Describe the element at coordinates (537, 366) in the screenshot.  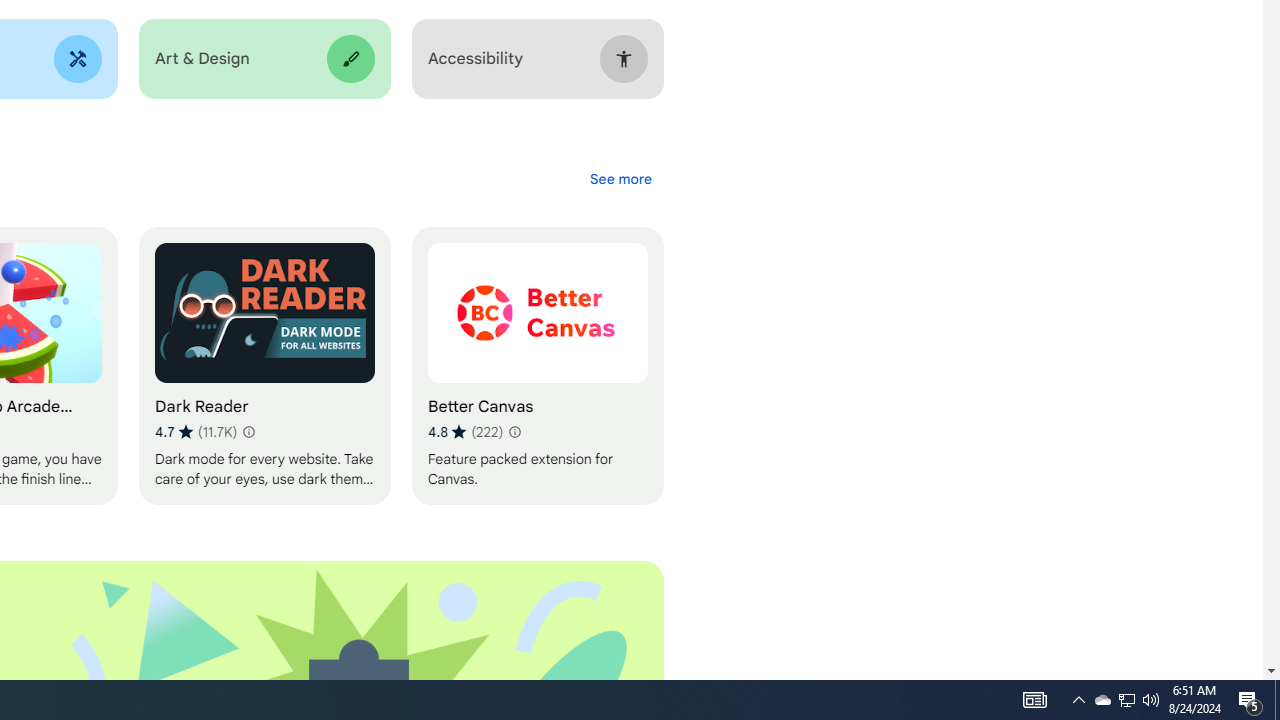
I see `'Better Canvas'` at that location.